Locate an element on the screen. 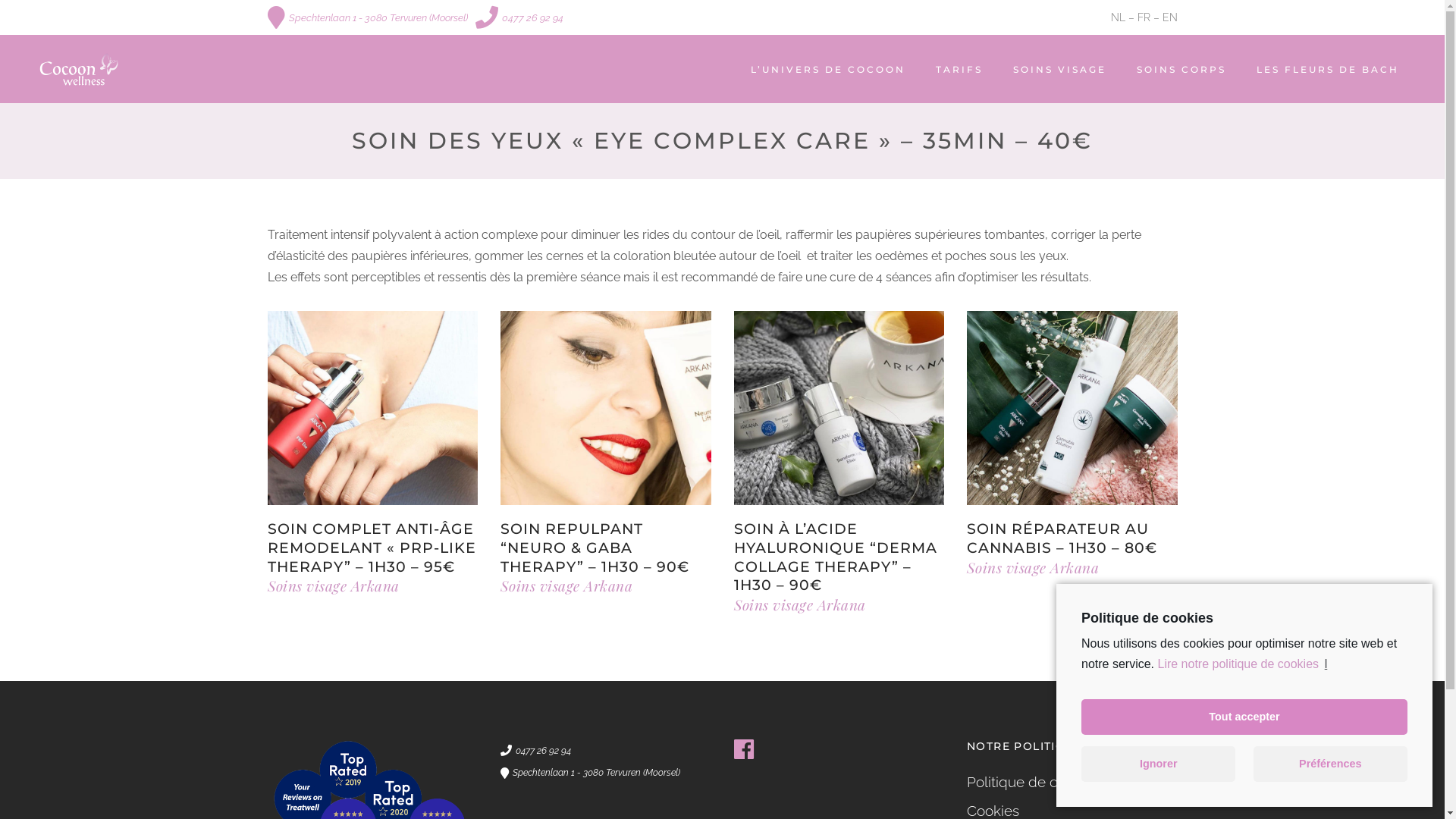 The width and height of the screenshot is (1456, 819). 'LES FLEURS DE BACH' is located at coordinates (1241, 69).